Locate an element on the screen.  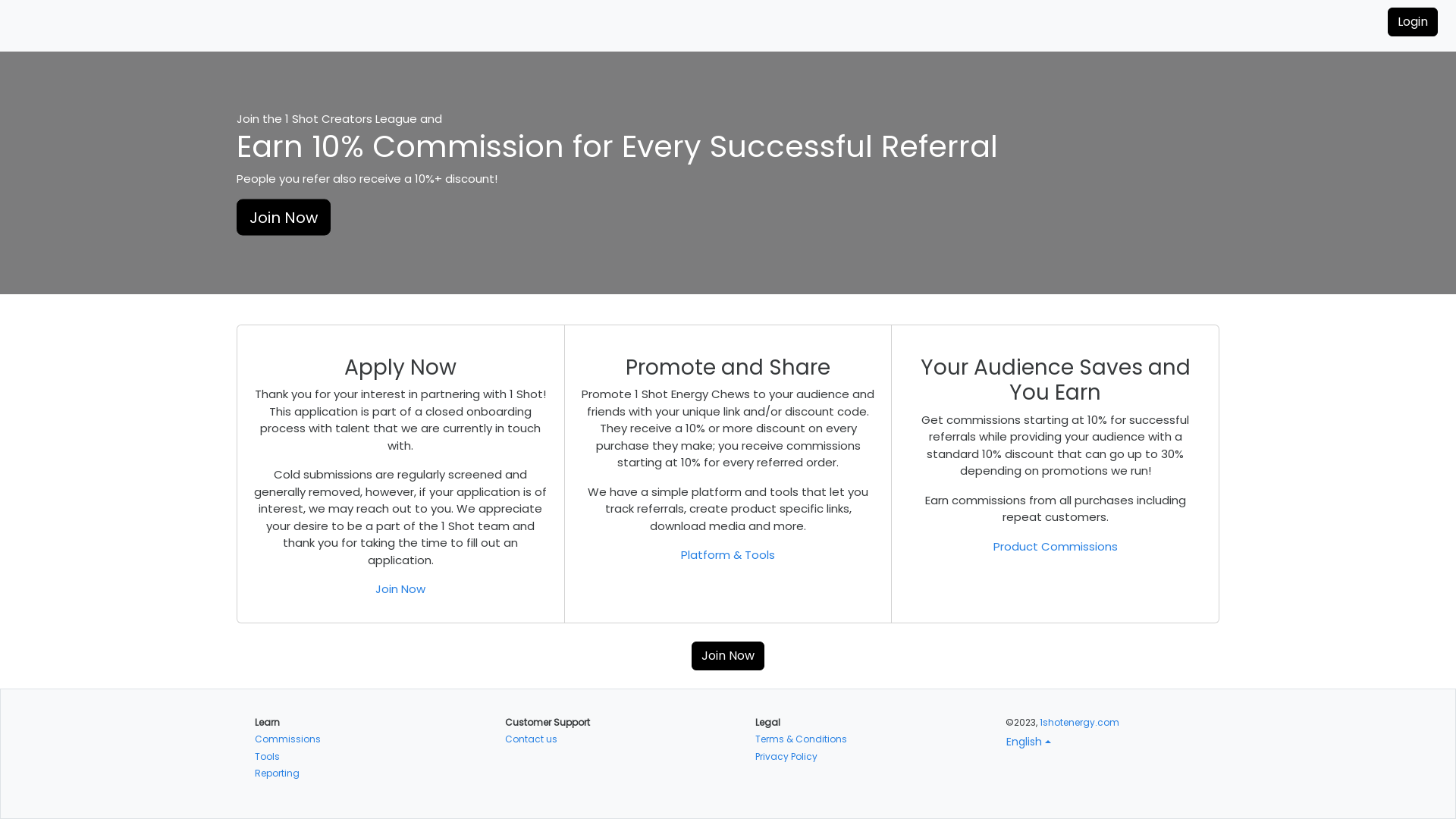
'Reporting' is located at coordinates (255, 739).